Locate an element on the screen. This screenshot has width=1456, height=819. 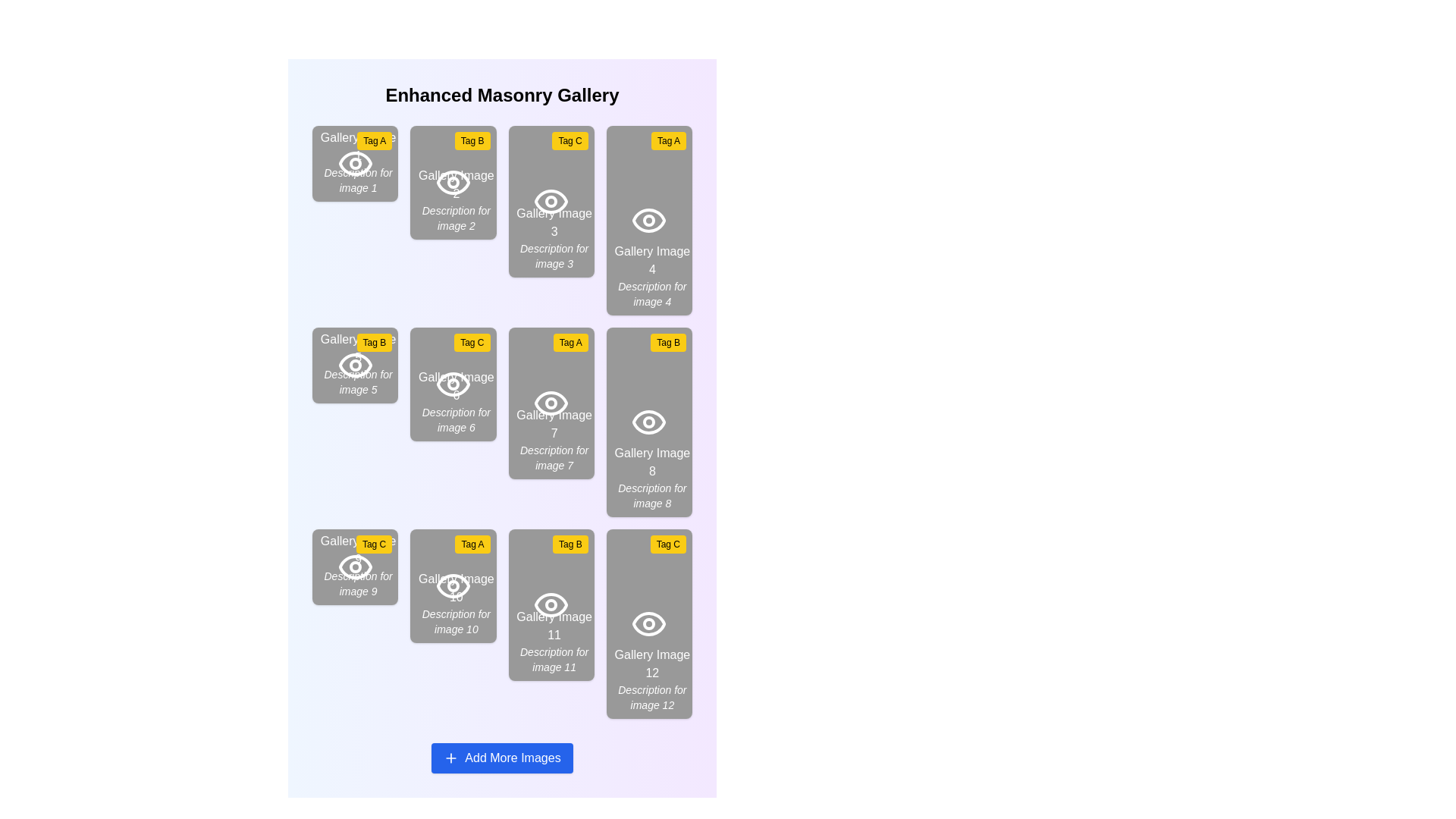
the text 'Gallery Image 6' in the bottom-left corner of the card is located at coordinates (455, 400).